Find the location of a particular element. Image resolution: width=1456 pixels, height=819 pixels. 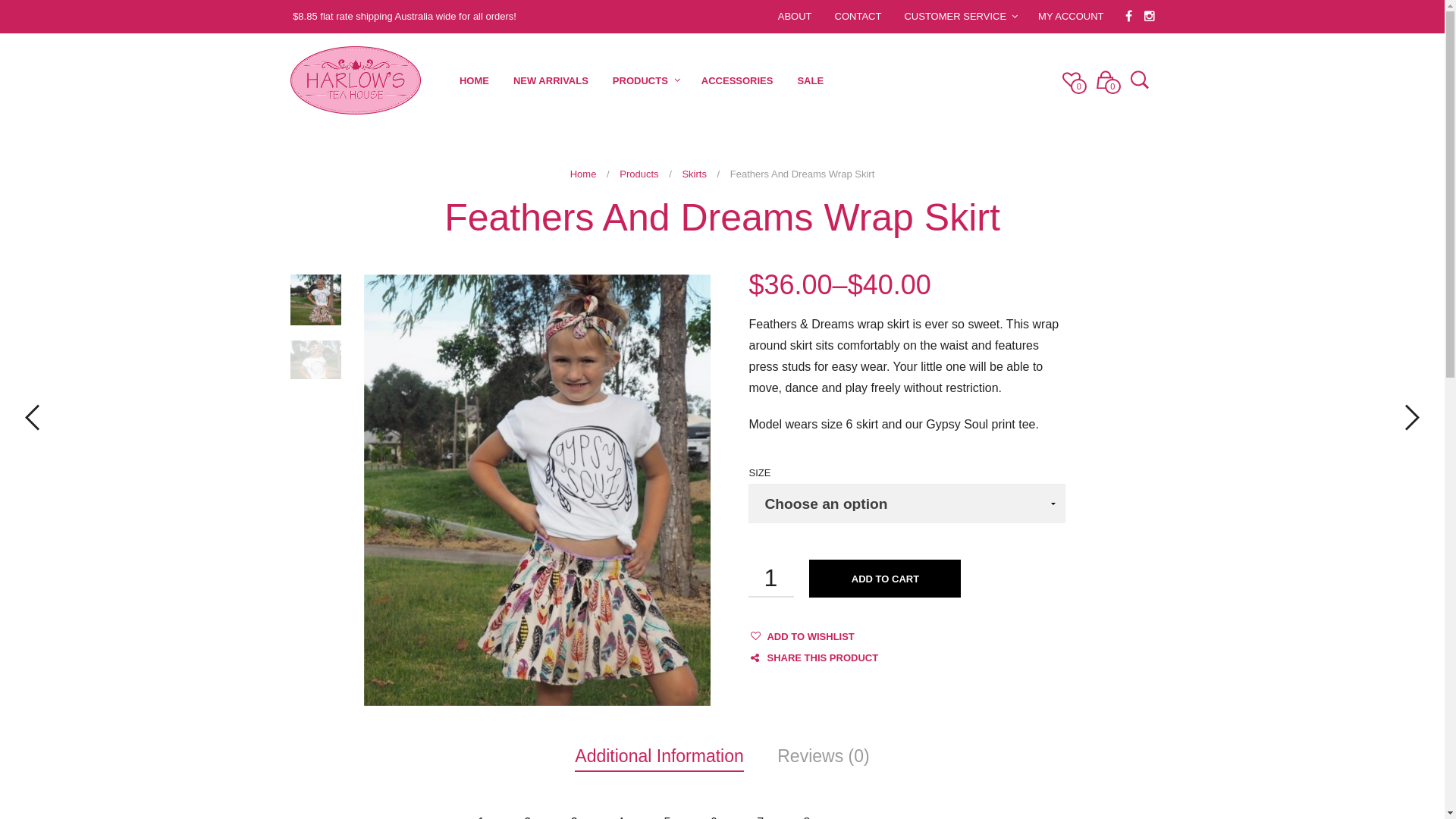

'Products' is located at coordinates (639, 173).